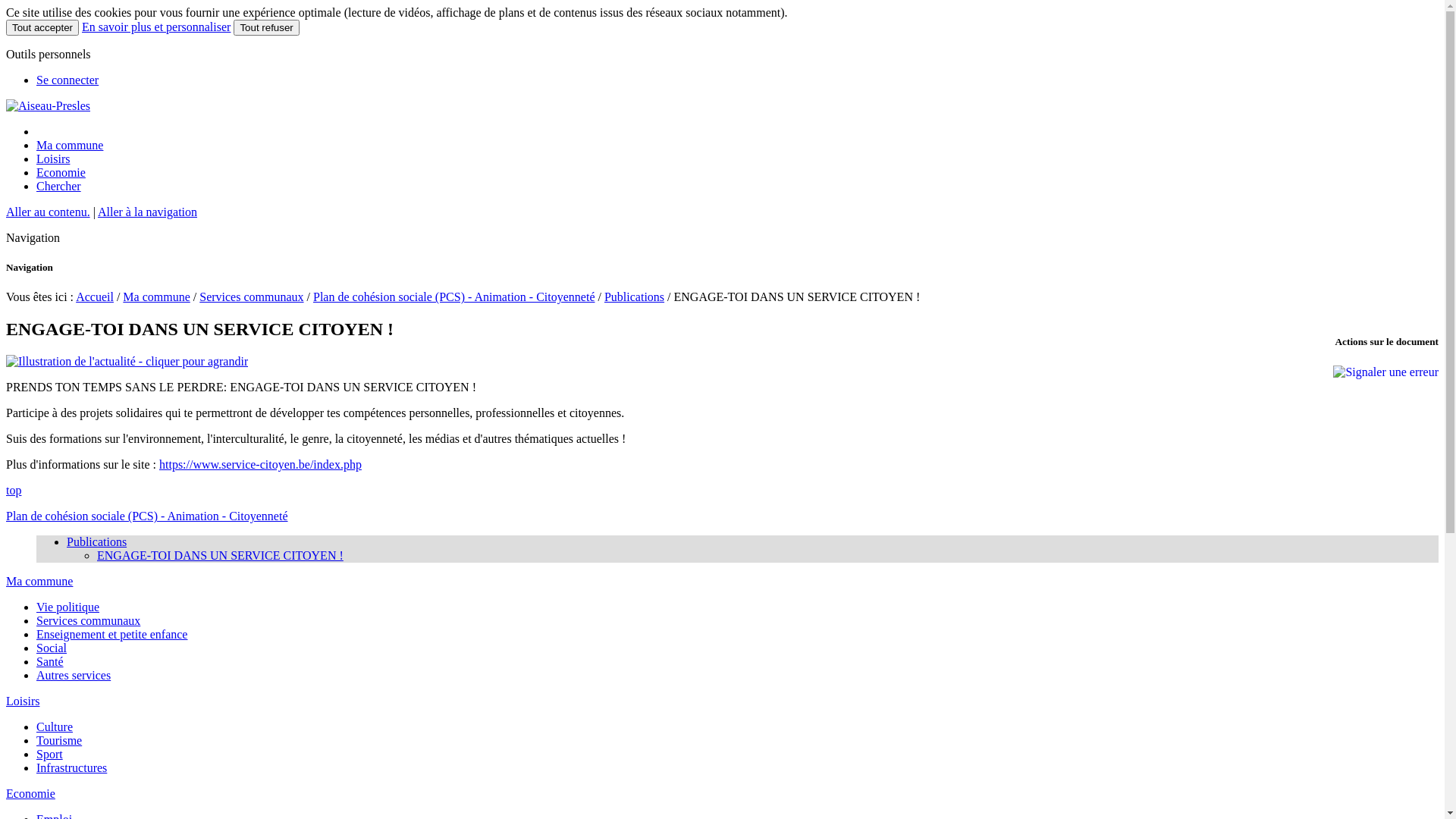 The width and height of the screenshot is (1456, 819). What do you see at coordinates (49, 754) in the screenshot?
I see `'Sport'` at bounding box center [49, 754].